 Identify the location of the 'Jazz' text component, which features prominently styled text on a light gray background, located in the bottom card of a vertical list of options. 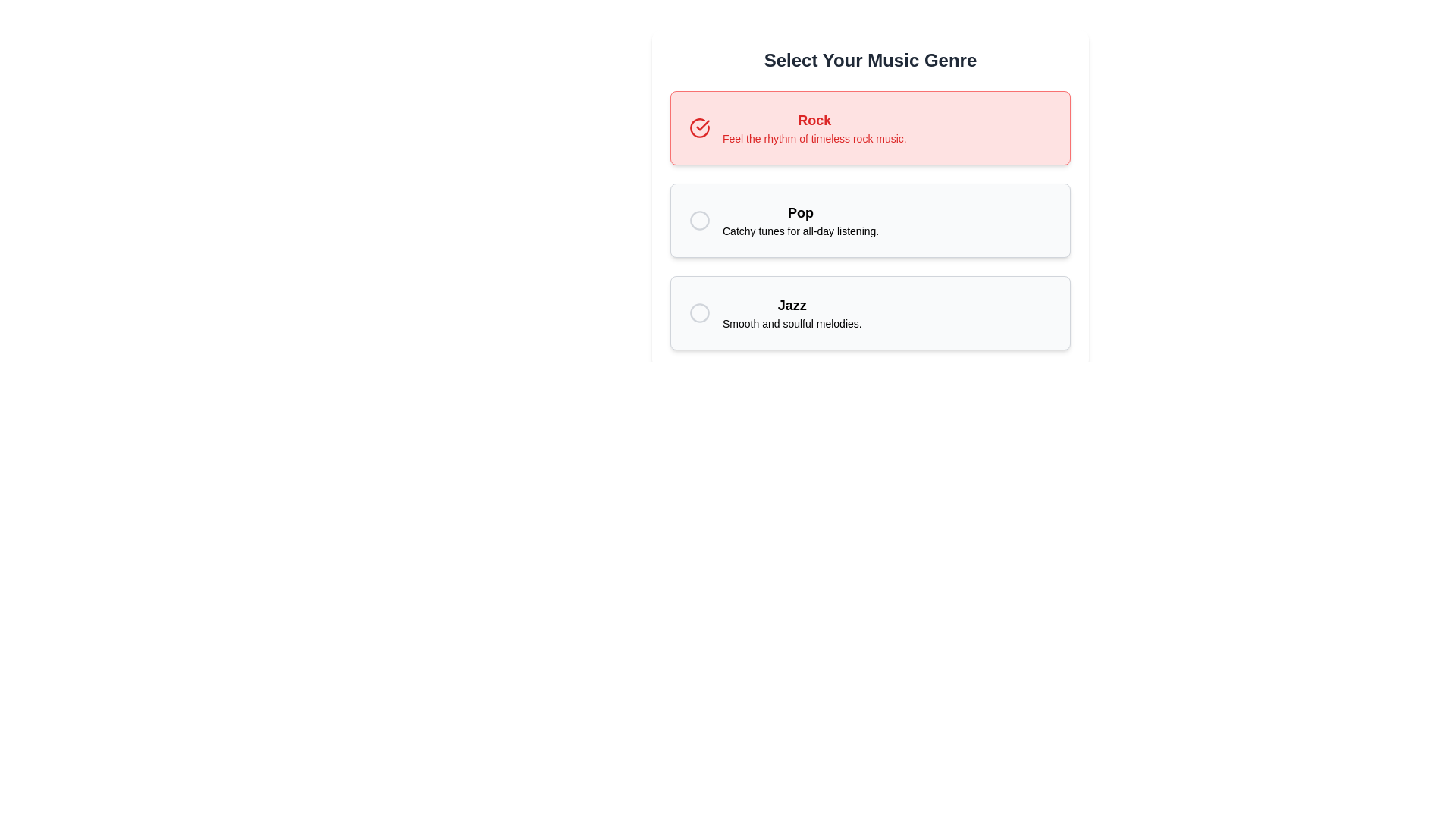
(791, 312).